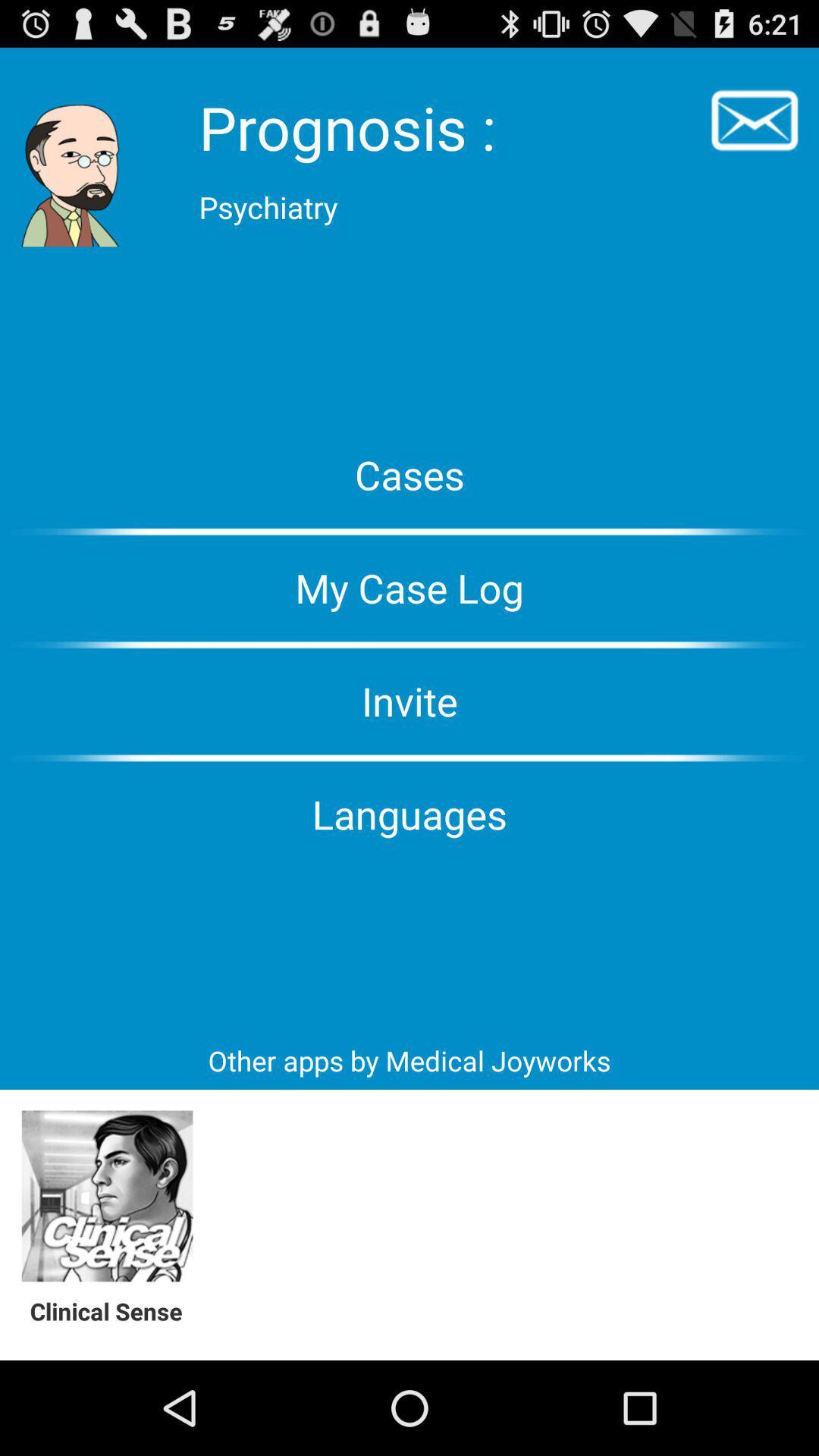 Image resolution: width=819 pixels, height=1456 pixels. I want to click on the invite button, so click(409, 700).